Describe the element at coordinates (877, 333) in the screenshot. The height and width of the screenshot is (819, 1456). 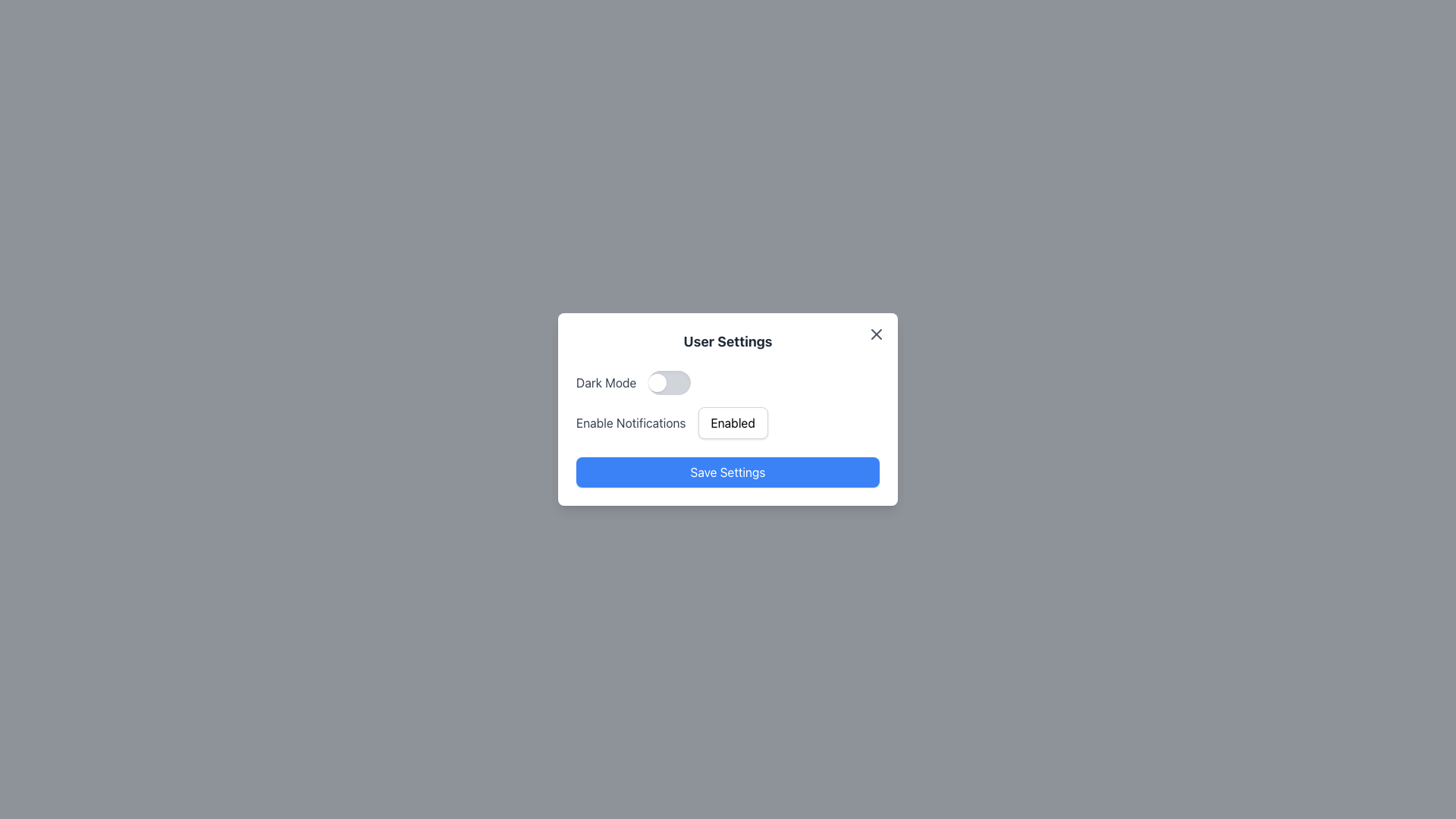
I see `the close button located in the top-right corner of the 'User Settings' dialog box` at that location.